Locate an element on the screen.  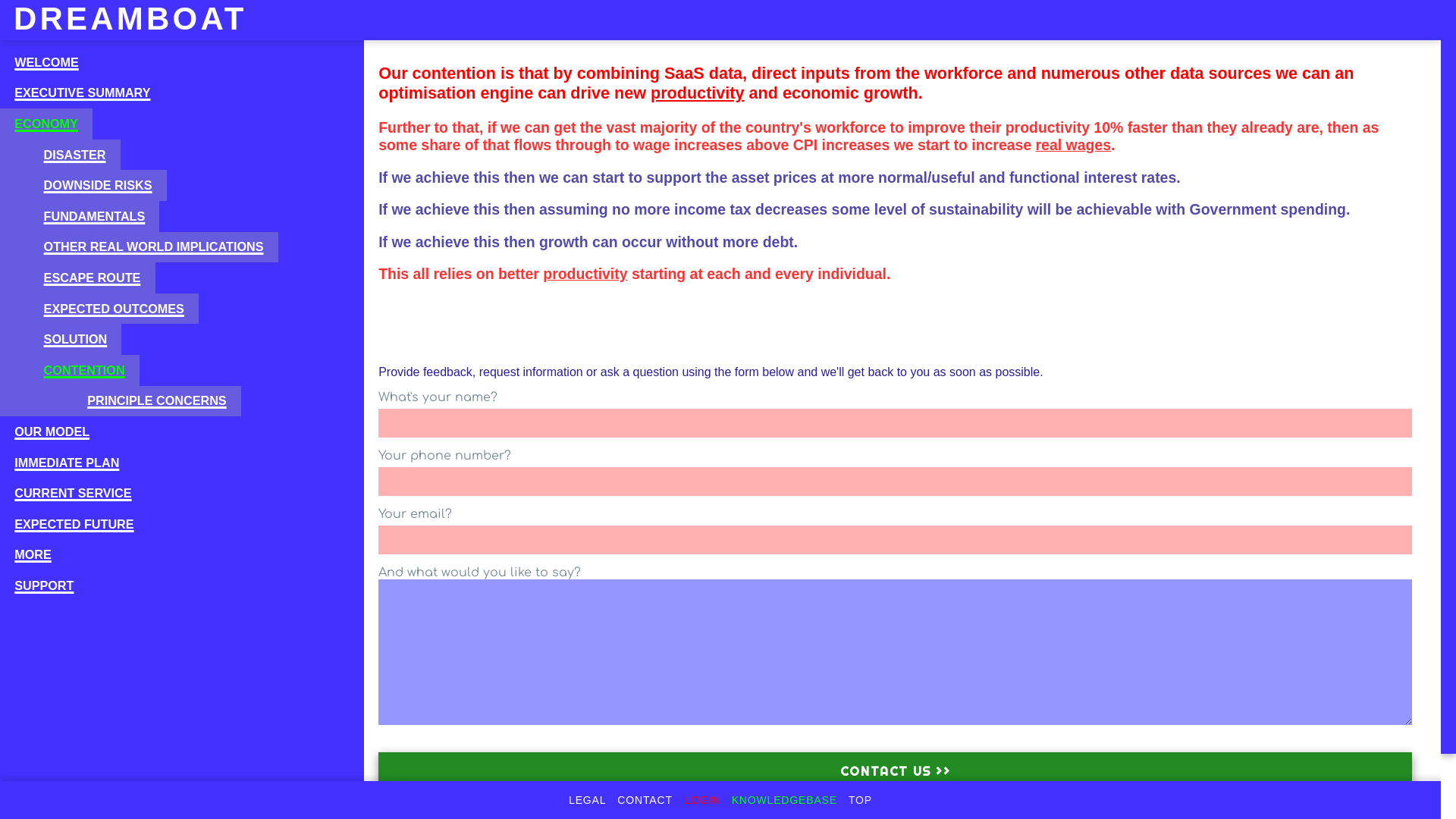
'EXECUTIVE SUMMARY' is located at coordinates (82, 93).